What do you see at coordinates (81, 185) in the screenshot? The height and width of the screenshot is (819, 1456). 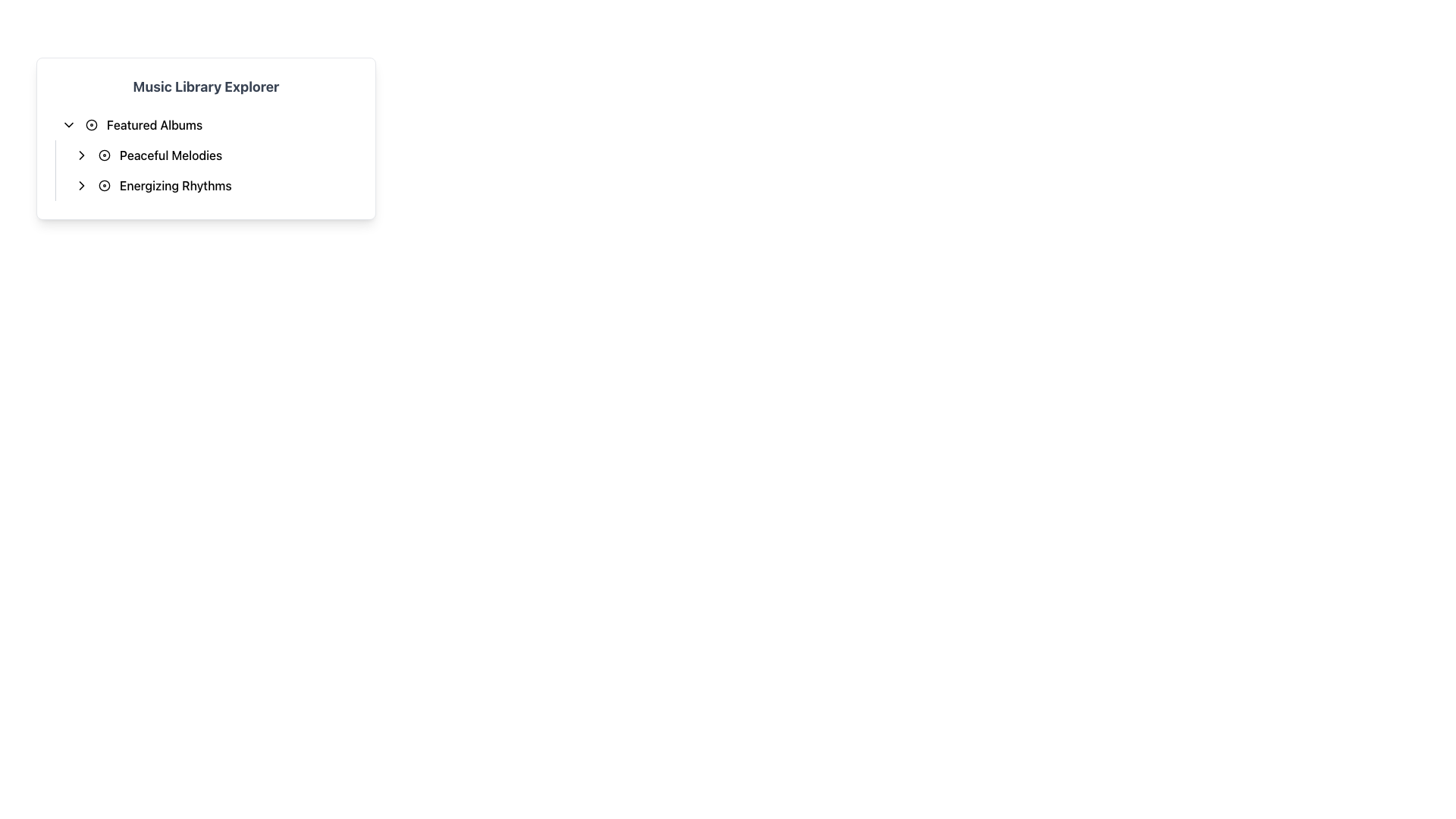 I see `the leftmost button of the 'Energizing Rhythms' section` at bounding box center [81, 185].